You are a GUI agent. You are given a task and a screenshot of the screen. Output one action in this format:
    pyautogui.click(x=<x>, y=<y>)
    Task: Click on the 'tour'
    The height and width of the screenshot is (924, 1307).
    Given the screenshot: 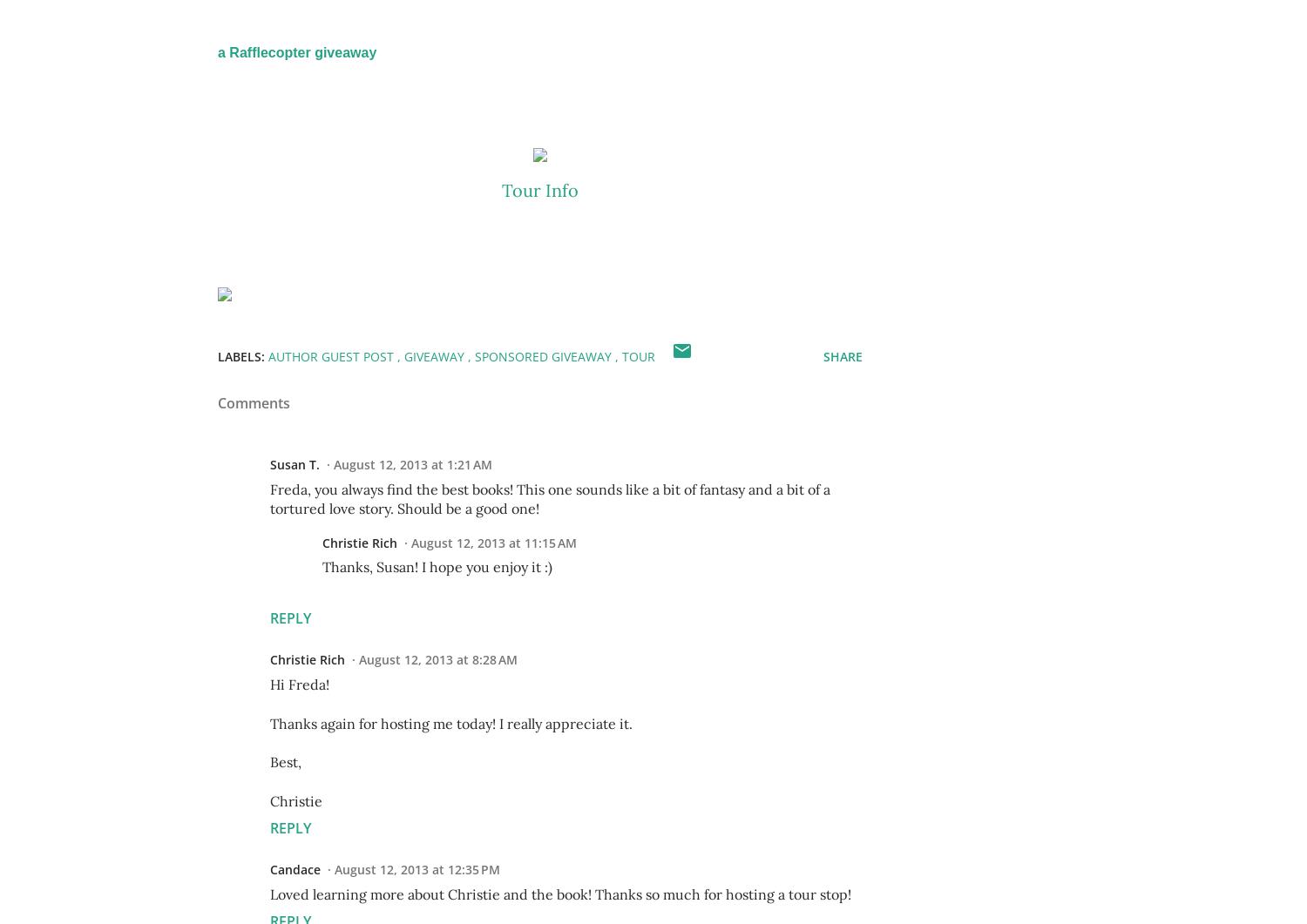 What is the action you would take?
    pyautogui.click(x=638, y=356)
    